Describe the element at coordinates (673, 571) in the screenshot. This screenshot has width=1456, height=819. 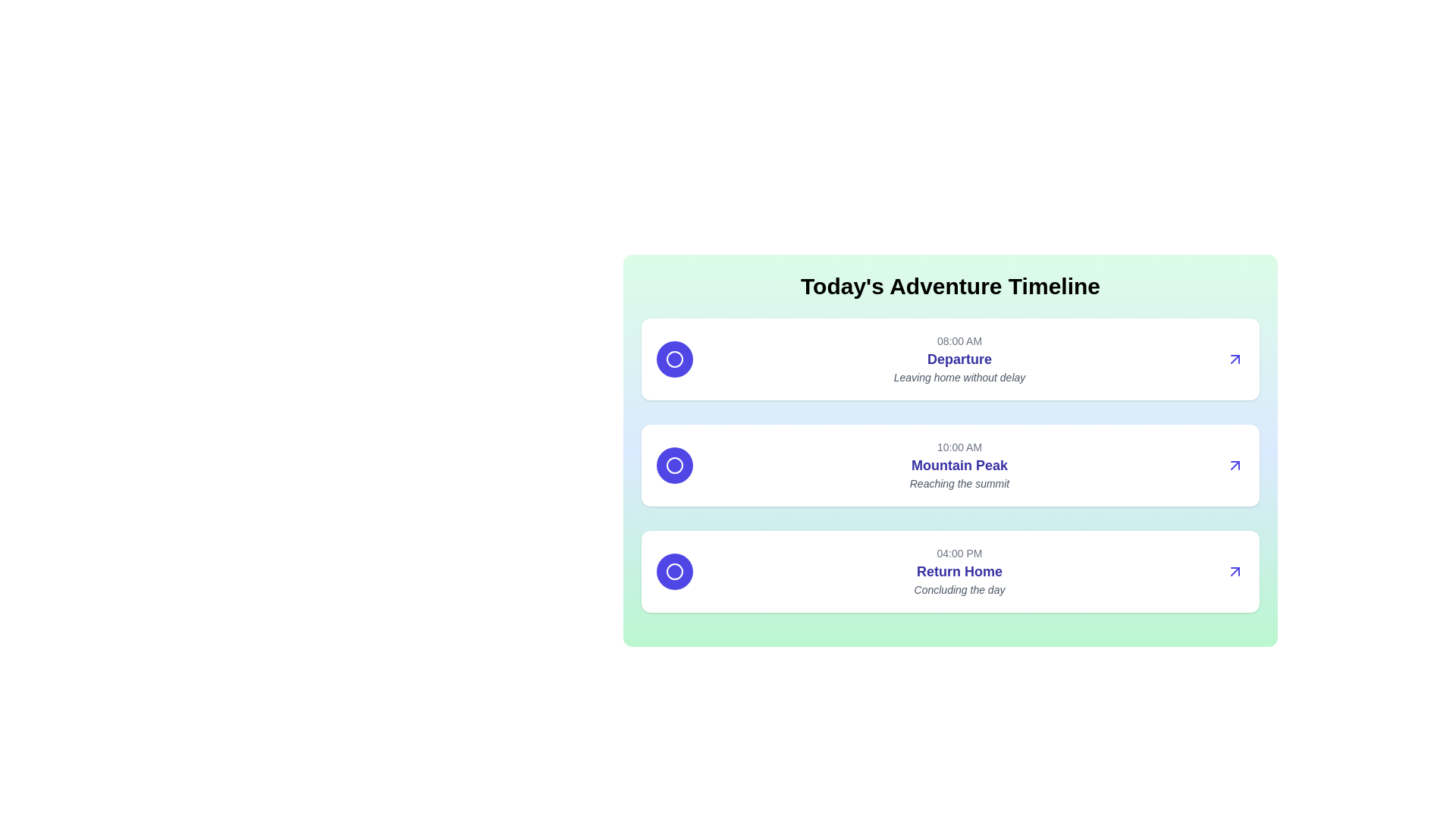
I see `the circular button-like icon with a solid purple background and white circular outline, located to the left of the '04:00 PM Return Home Concluding the day' entry in the timeline` at that location.